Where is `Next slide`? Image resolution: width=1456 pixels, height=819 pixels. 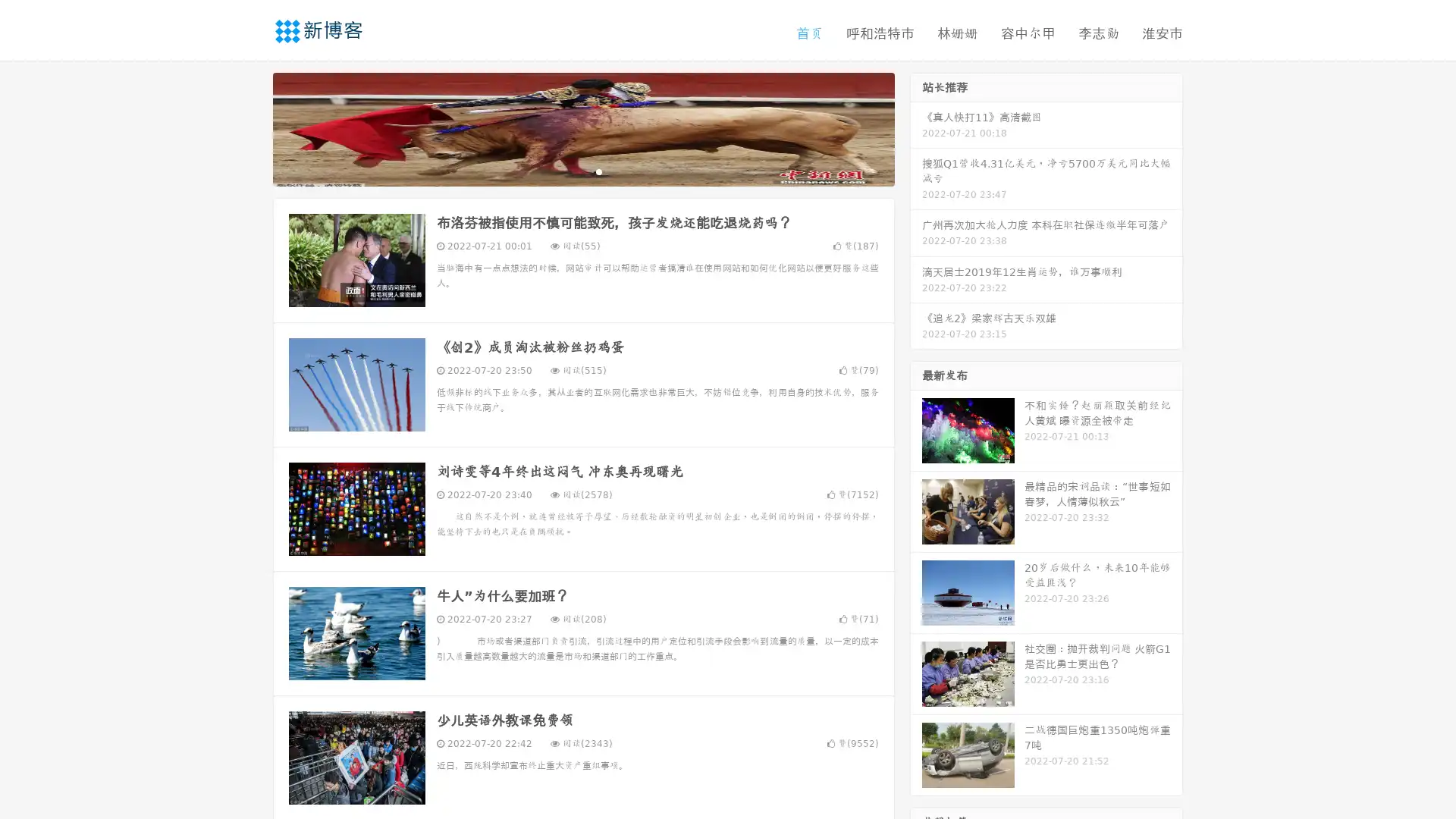 Next slide is located at coordinates (916, 127).